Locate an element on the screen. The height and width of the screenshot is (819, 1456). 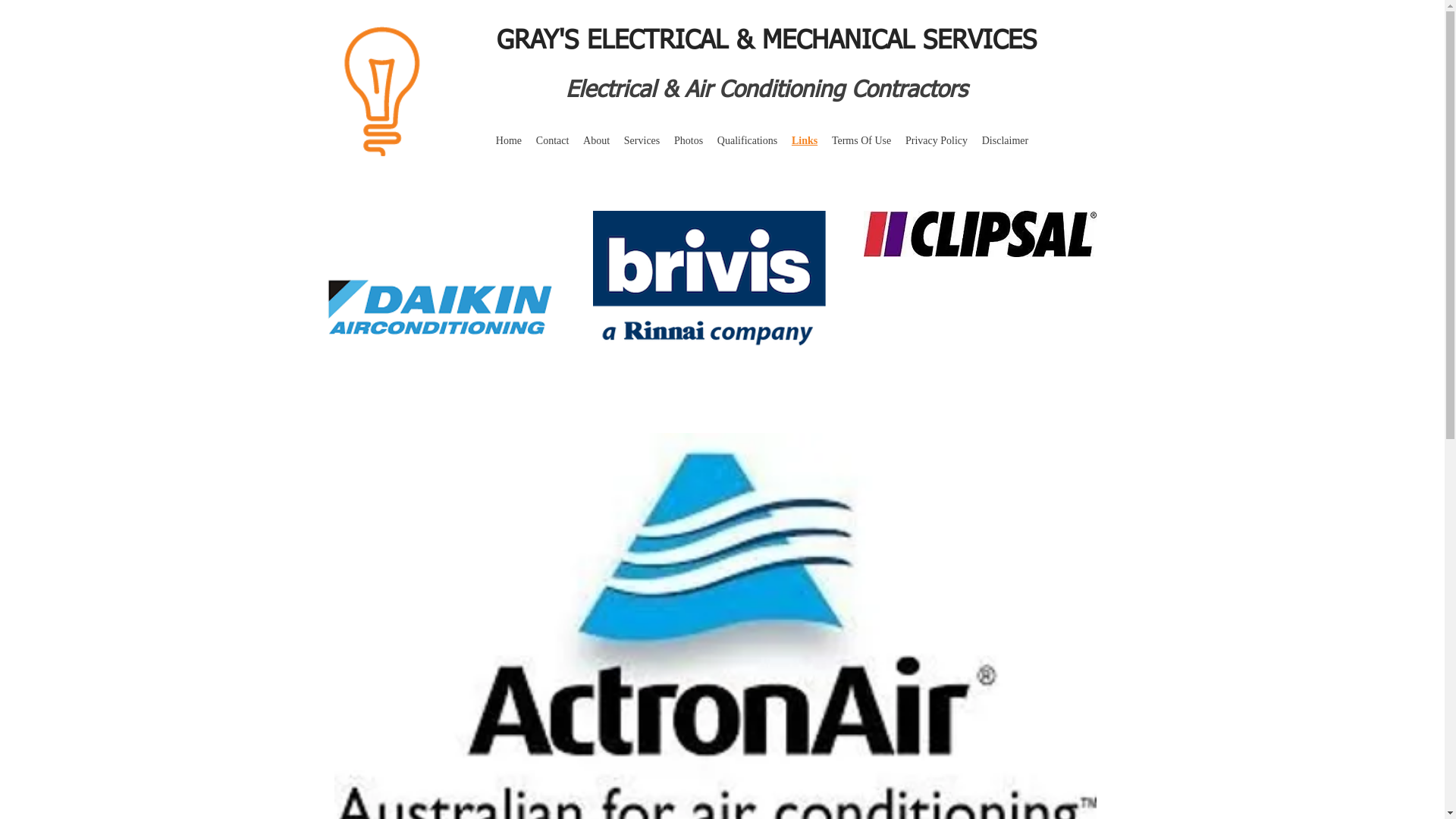
'Terms Of Use' is located at coordinates (824, 140).